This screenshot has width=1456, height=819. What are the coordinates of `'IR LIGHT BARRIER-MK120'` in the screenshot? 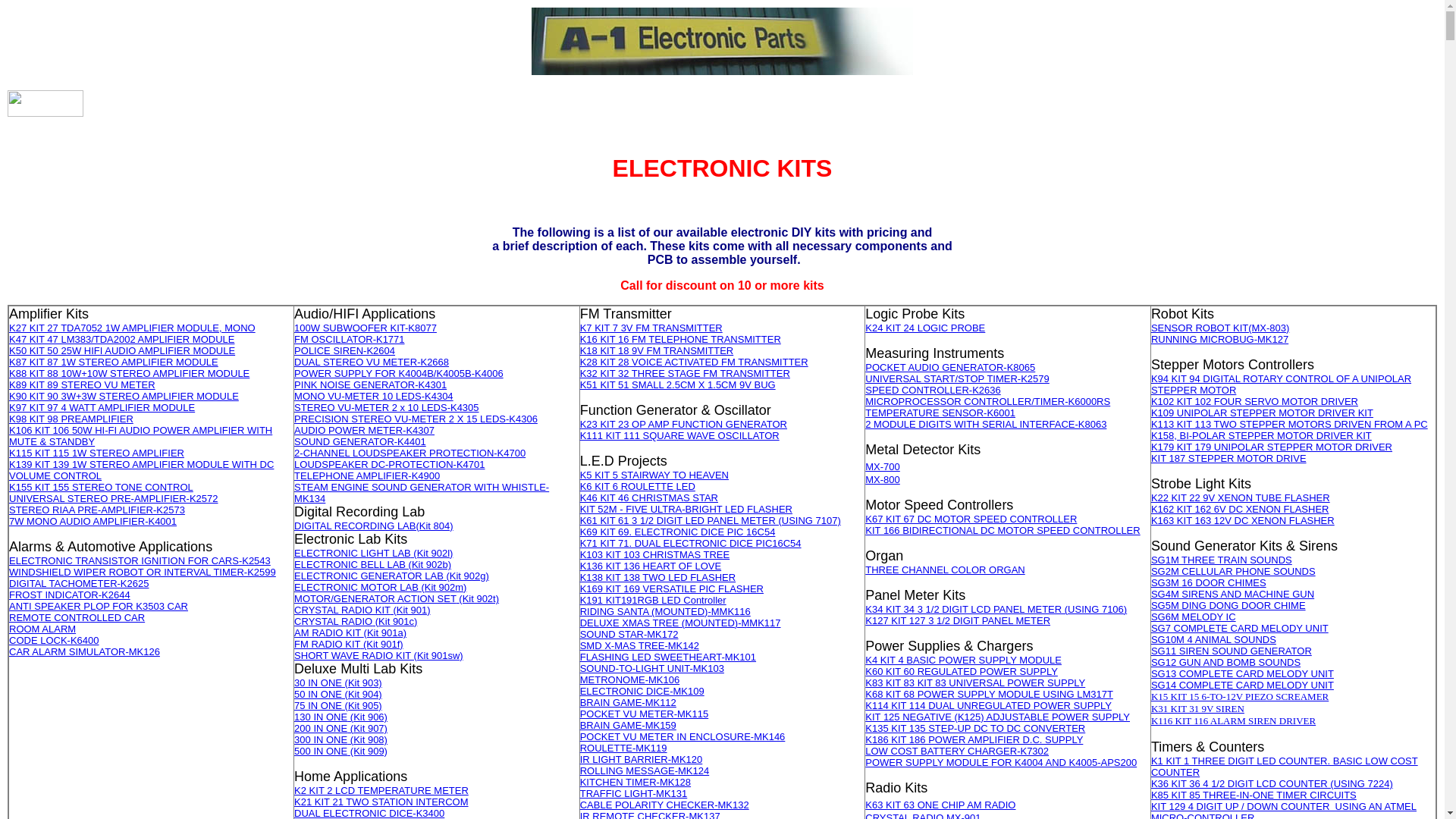 It's located at (579, 759).